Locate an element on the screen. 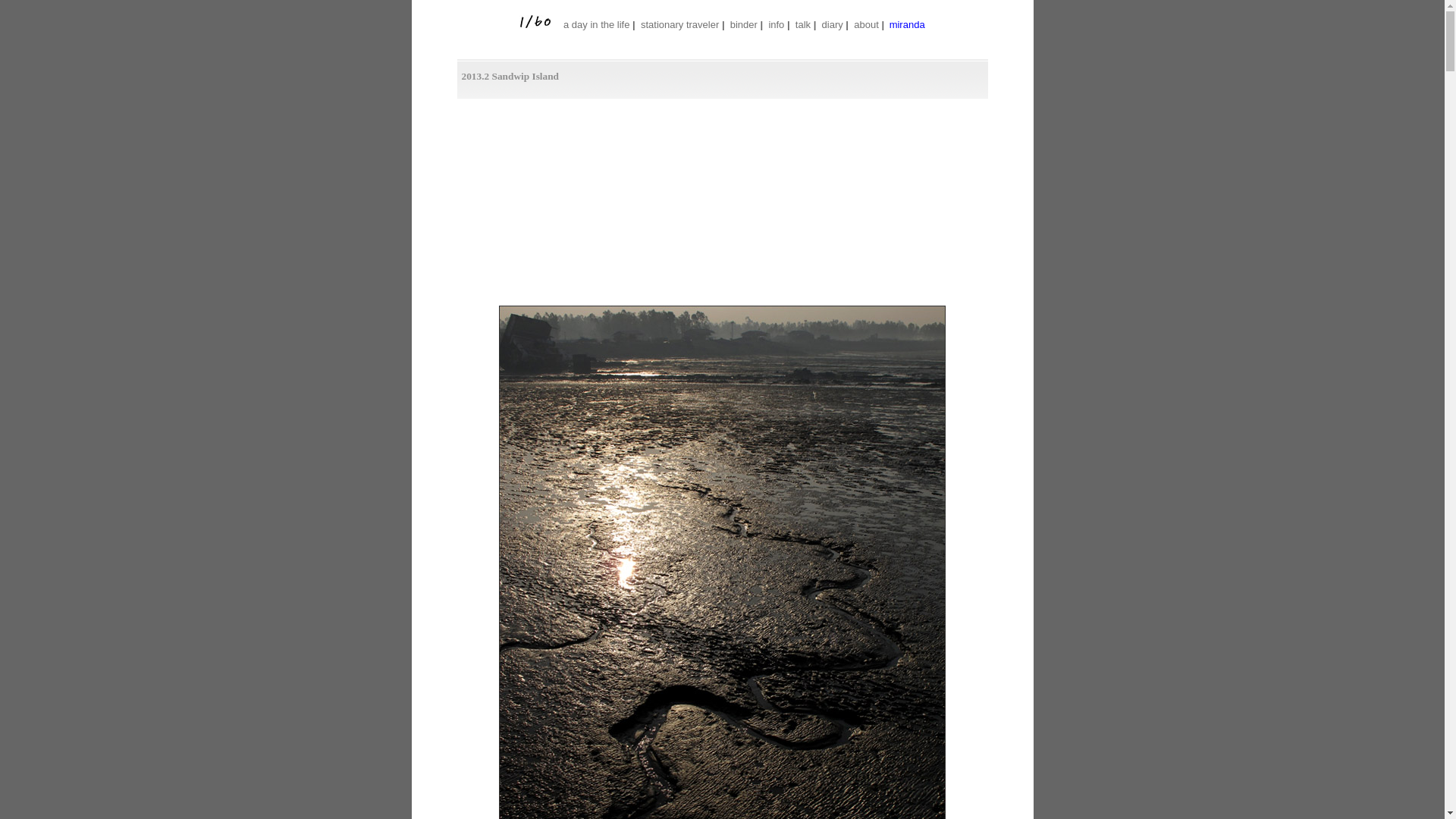 The height and width of the screenshot is (819, 1456). 'talk' is located at coordinates (802, 24).